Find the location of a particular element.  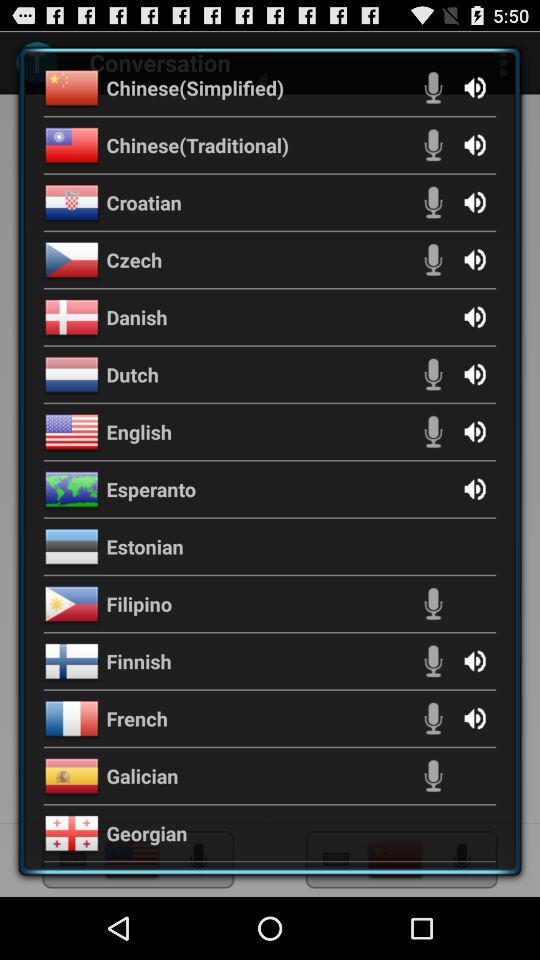

finnish item is located at coordinates (138, 661).